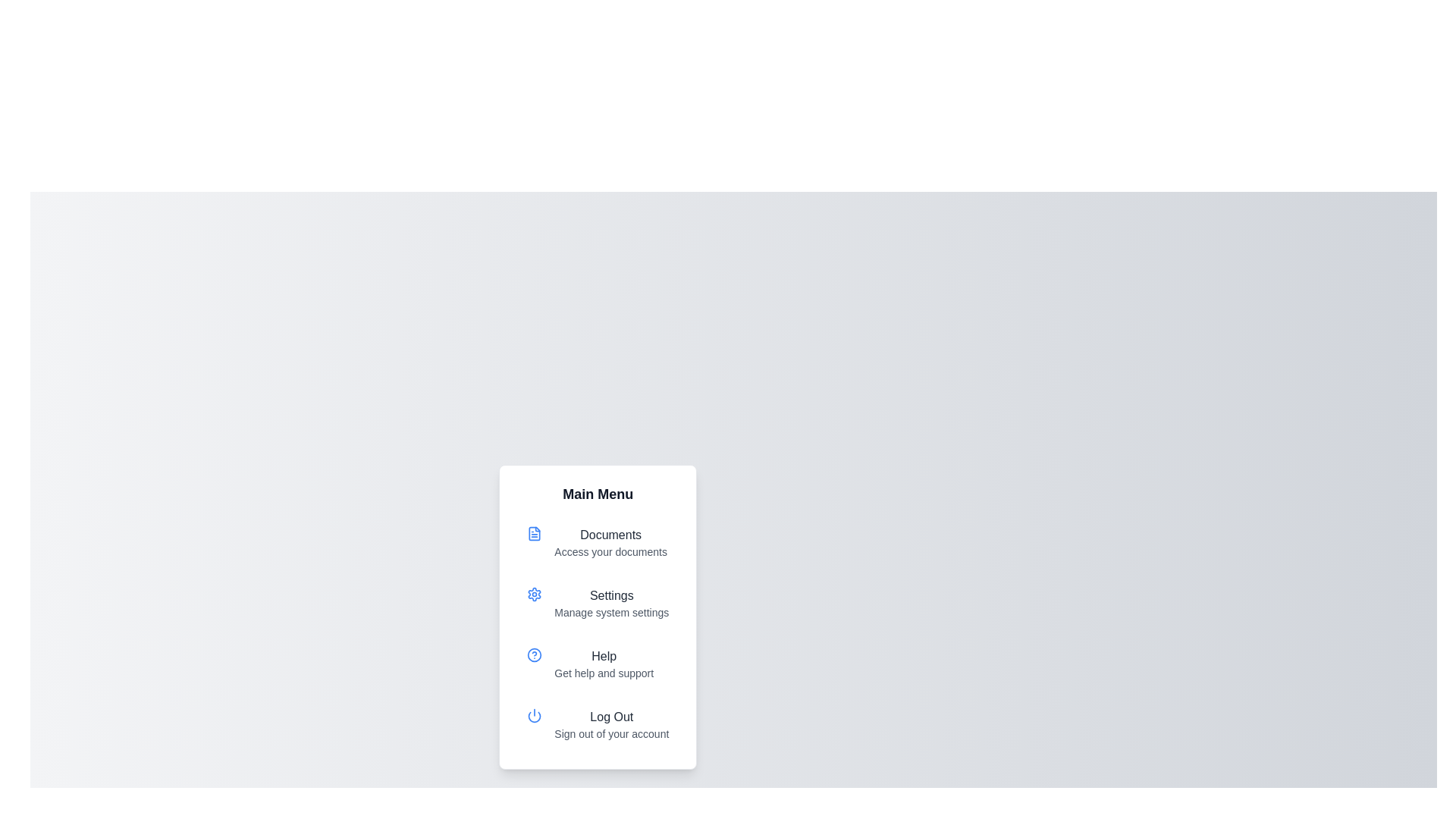  I want to click on the menu item labeled Settings, so click(597, 602).